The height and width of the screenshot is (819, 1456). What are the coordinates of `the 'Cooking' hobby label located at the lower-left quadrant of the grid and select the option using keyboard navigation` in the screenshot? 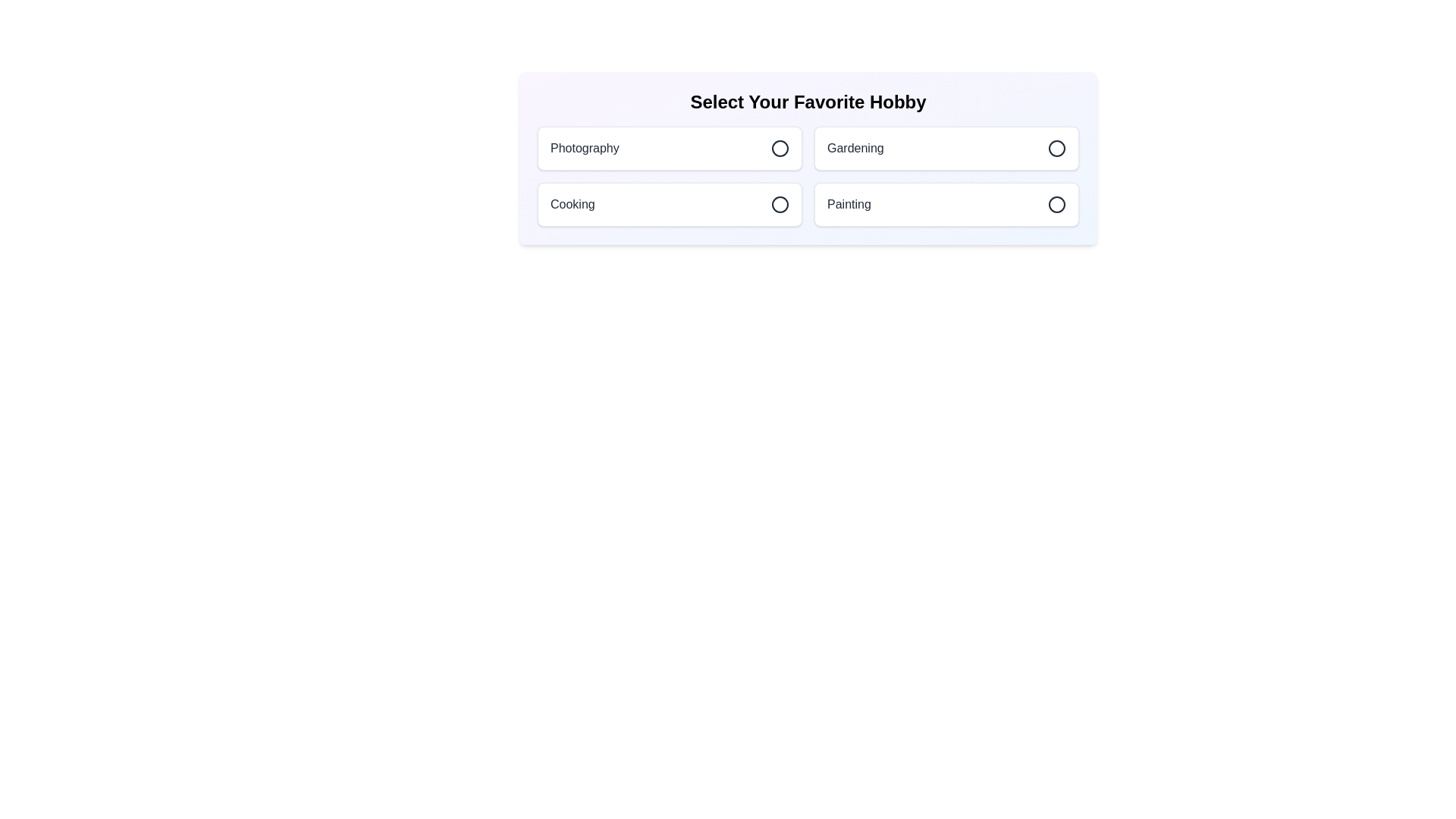 It's located at (572, 205).